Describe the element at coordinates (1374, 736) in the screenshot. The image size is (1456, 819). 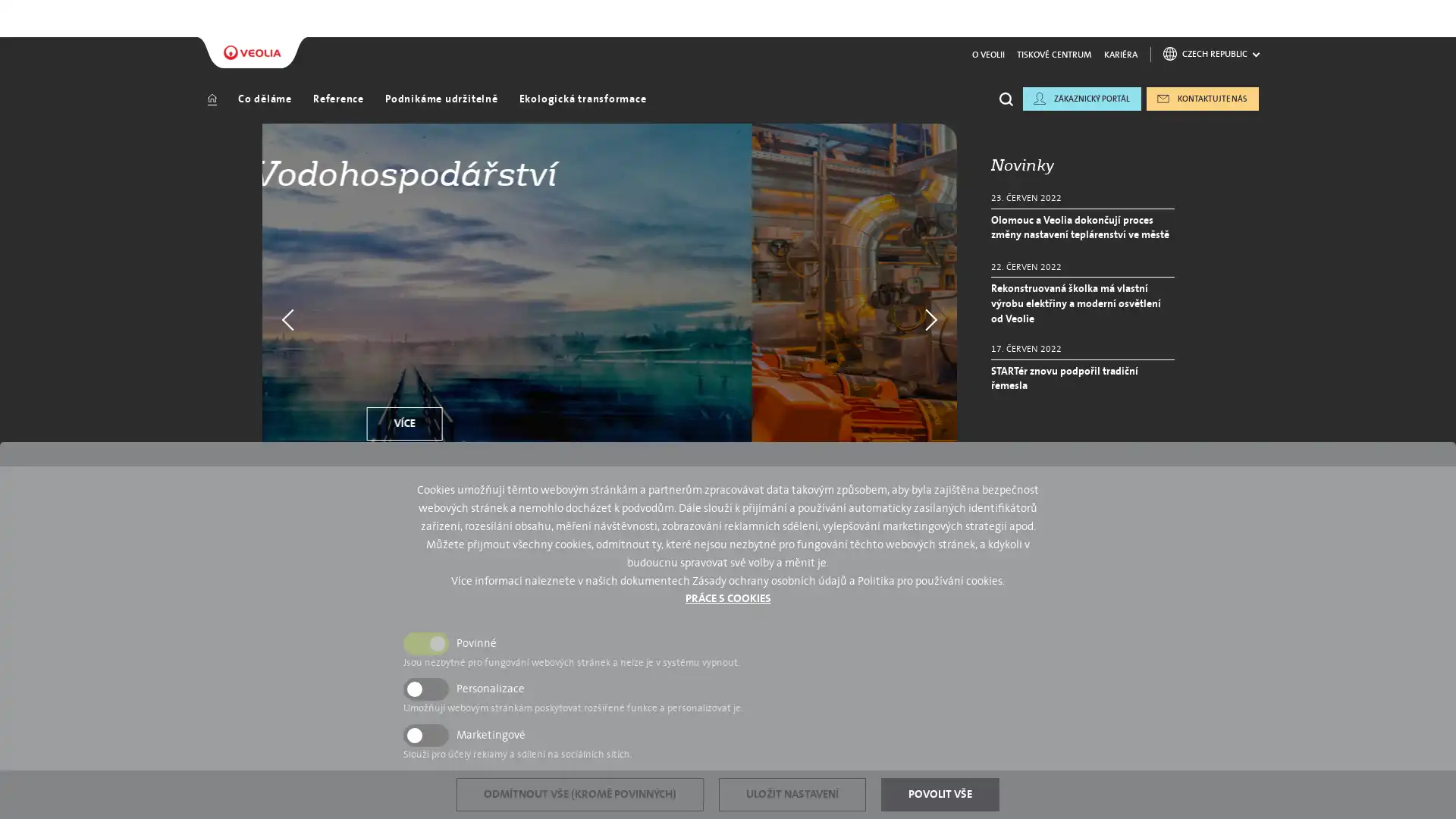
I see `Nahoru` at that location.